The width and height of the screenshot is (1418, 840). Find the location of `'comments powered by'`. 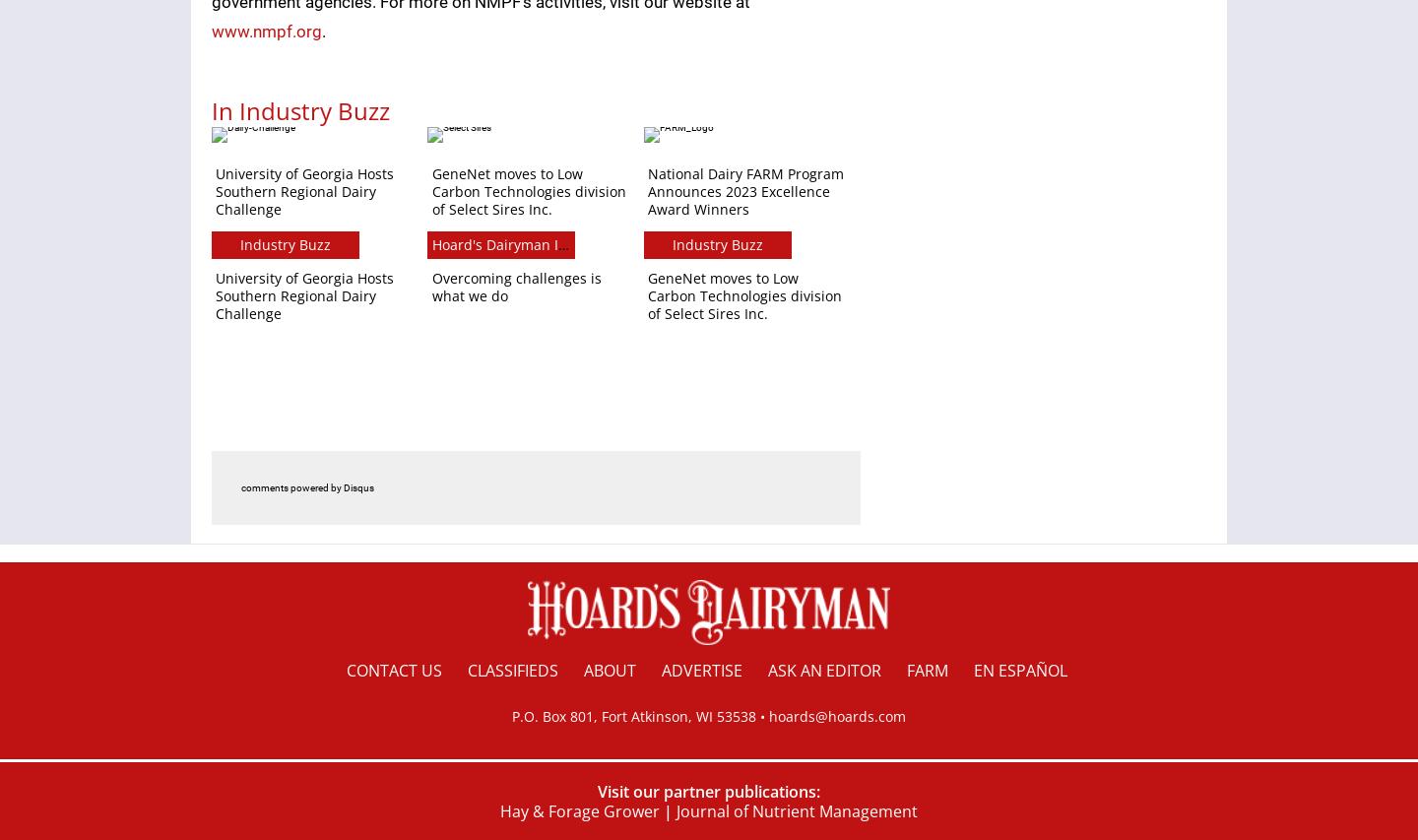

'comments powered by' is located at coordinates (238, 487).